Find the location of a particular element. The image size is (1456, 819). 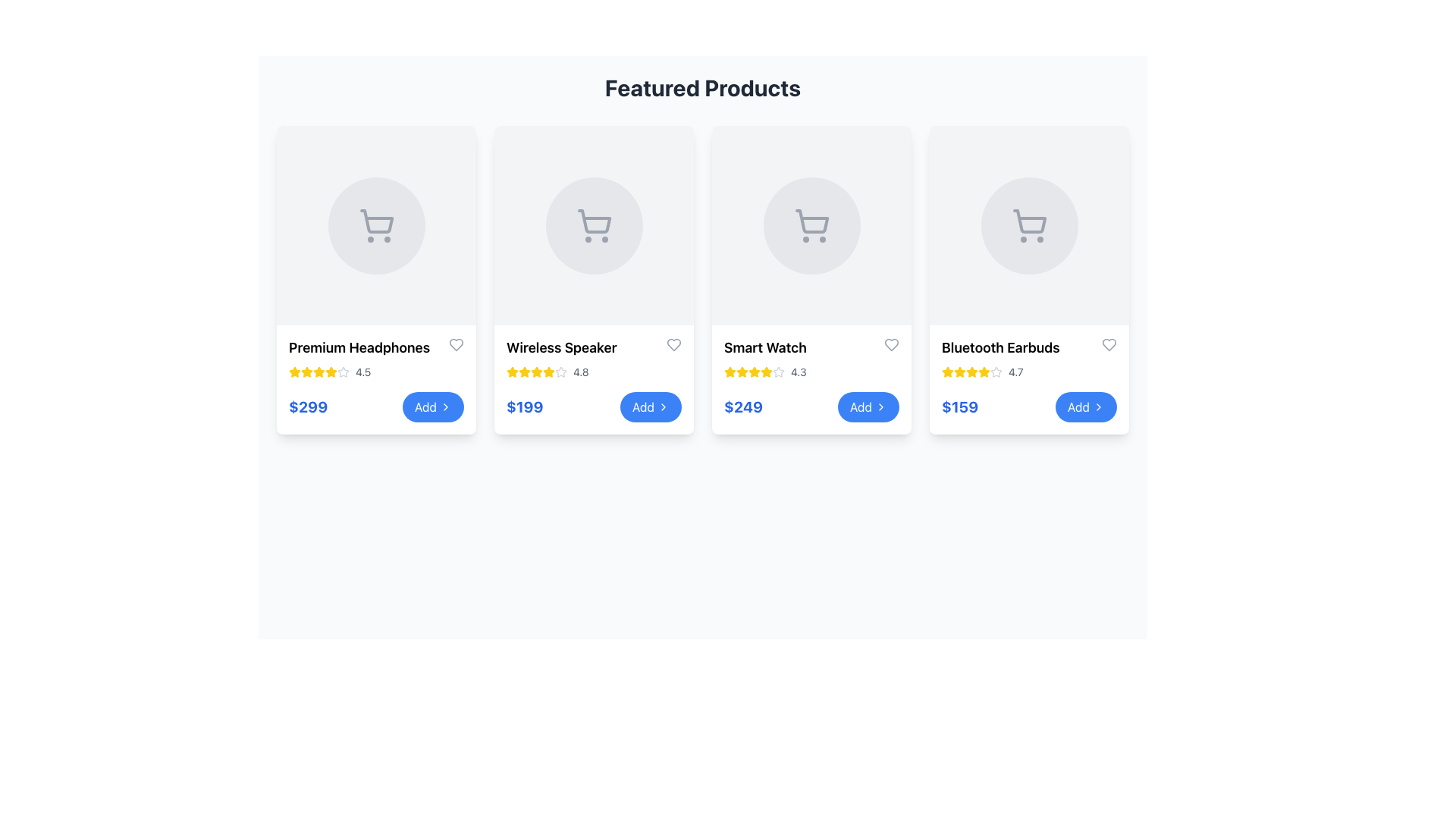

the shopping-related icon located at the top central part of the 'Wireless Speaker' card, which is the second card in the row of featured products is located at coordinates (593, 225).